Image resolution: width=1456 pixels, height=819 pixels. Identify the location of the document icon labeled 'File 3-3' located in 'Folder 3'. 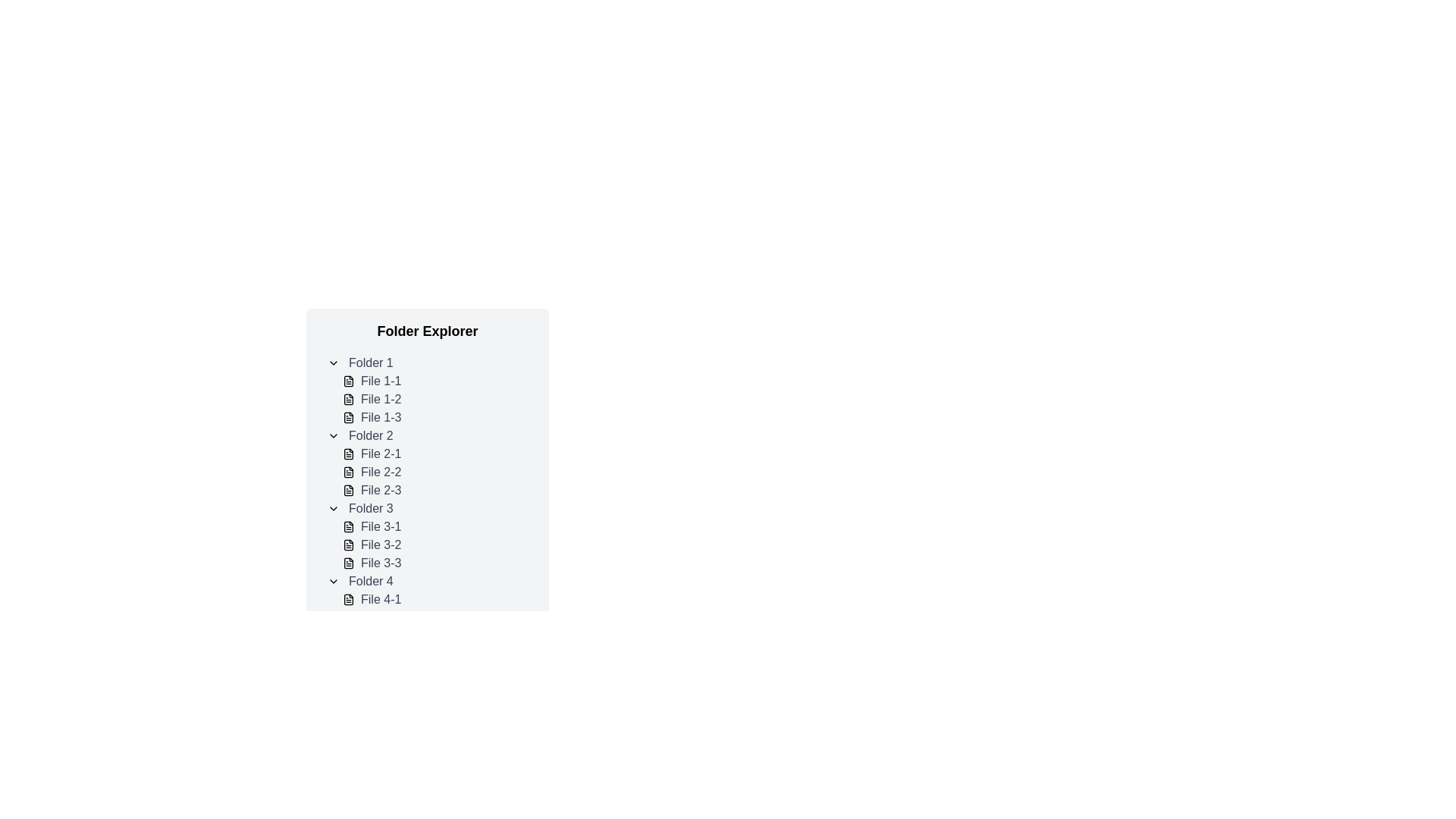
(348, 563).